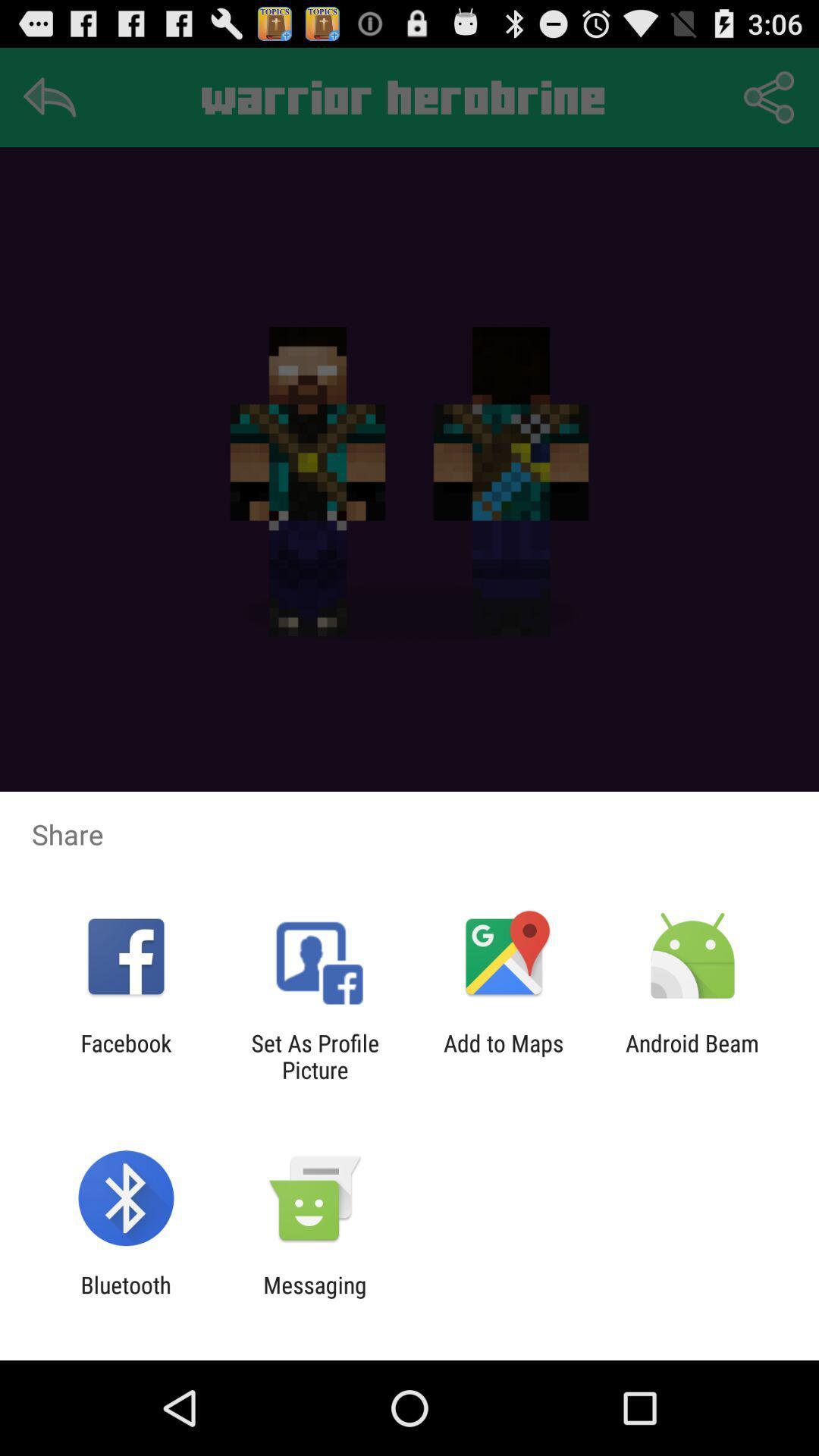  Describe the element at coordinates (314, 1056) in the screenshot. I see `icon next to the facebook app` at that location.